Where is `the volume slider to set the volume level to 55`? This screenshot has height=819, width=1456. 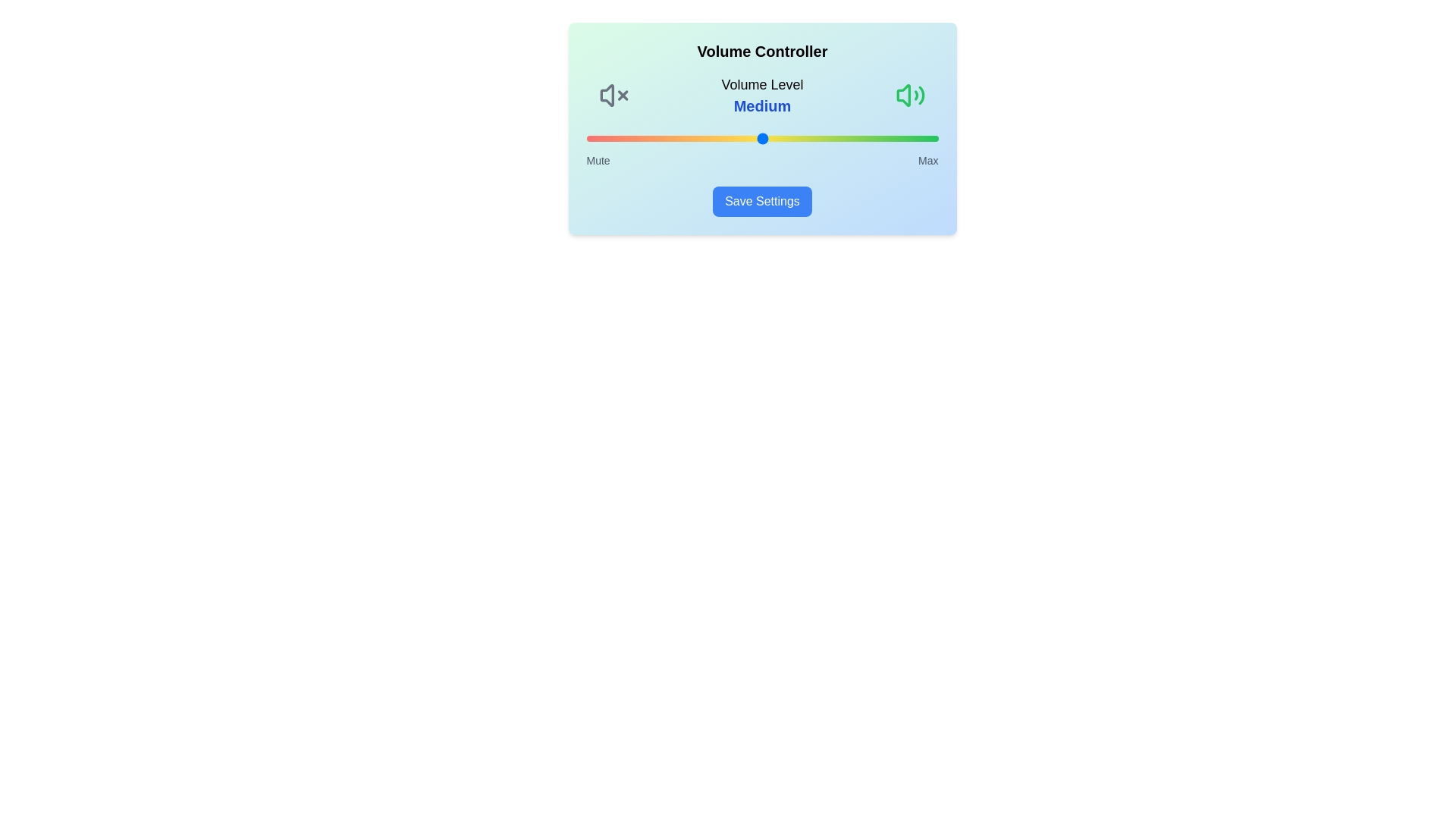
the volume slider to set the volume level to 55 is located at coordinates (780, 138).